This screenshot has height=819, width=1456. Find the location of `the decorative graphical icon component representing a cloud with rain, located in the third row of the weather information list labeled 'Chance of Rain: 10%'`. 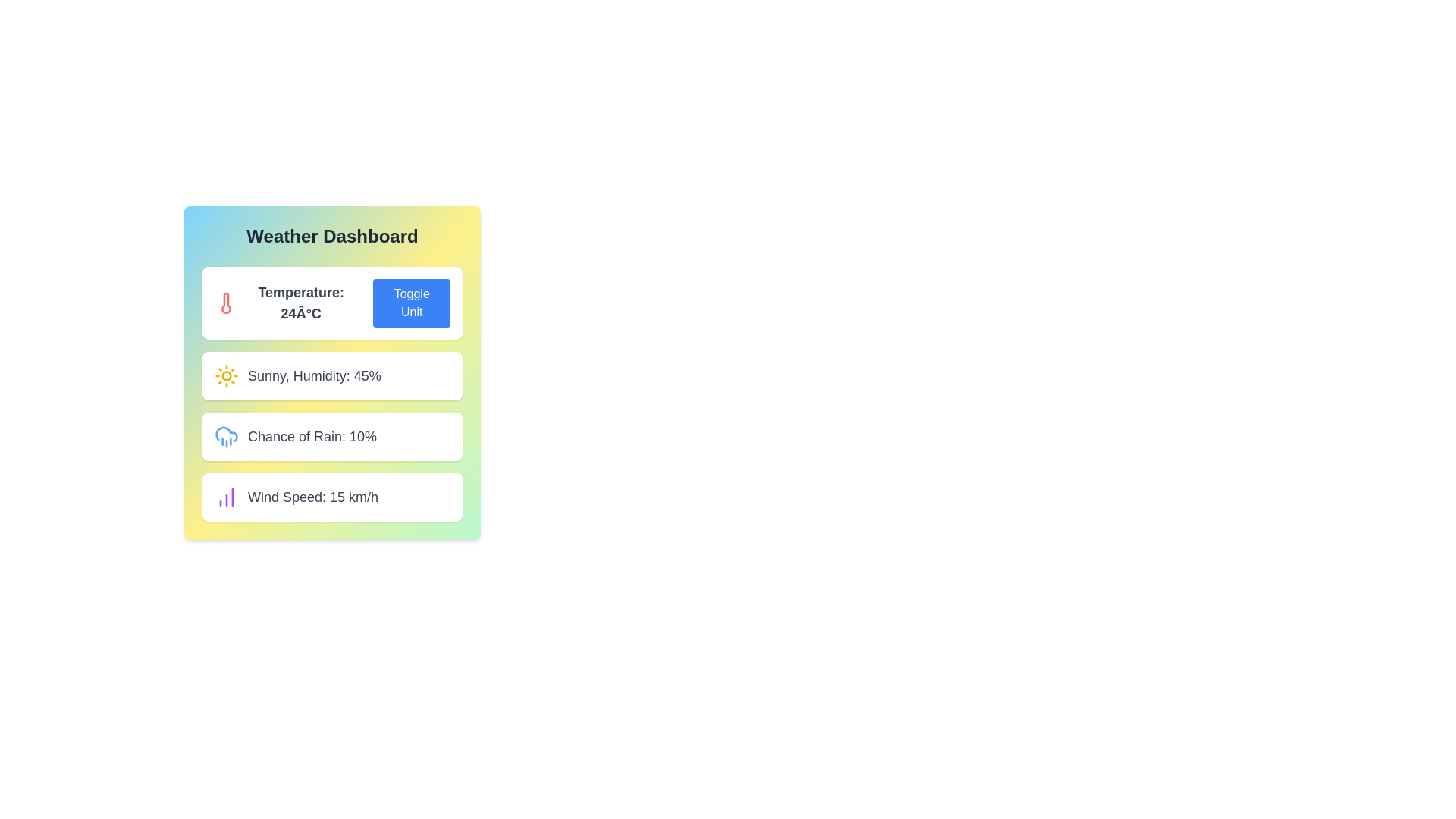

the decorative graphical icon component representing a cloud with rain, located in the third row of the weather information list labeled 'Chance of Rain: 10%' is located at coordinates (225, 434).